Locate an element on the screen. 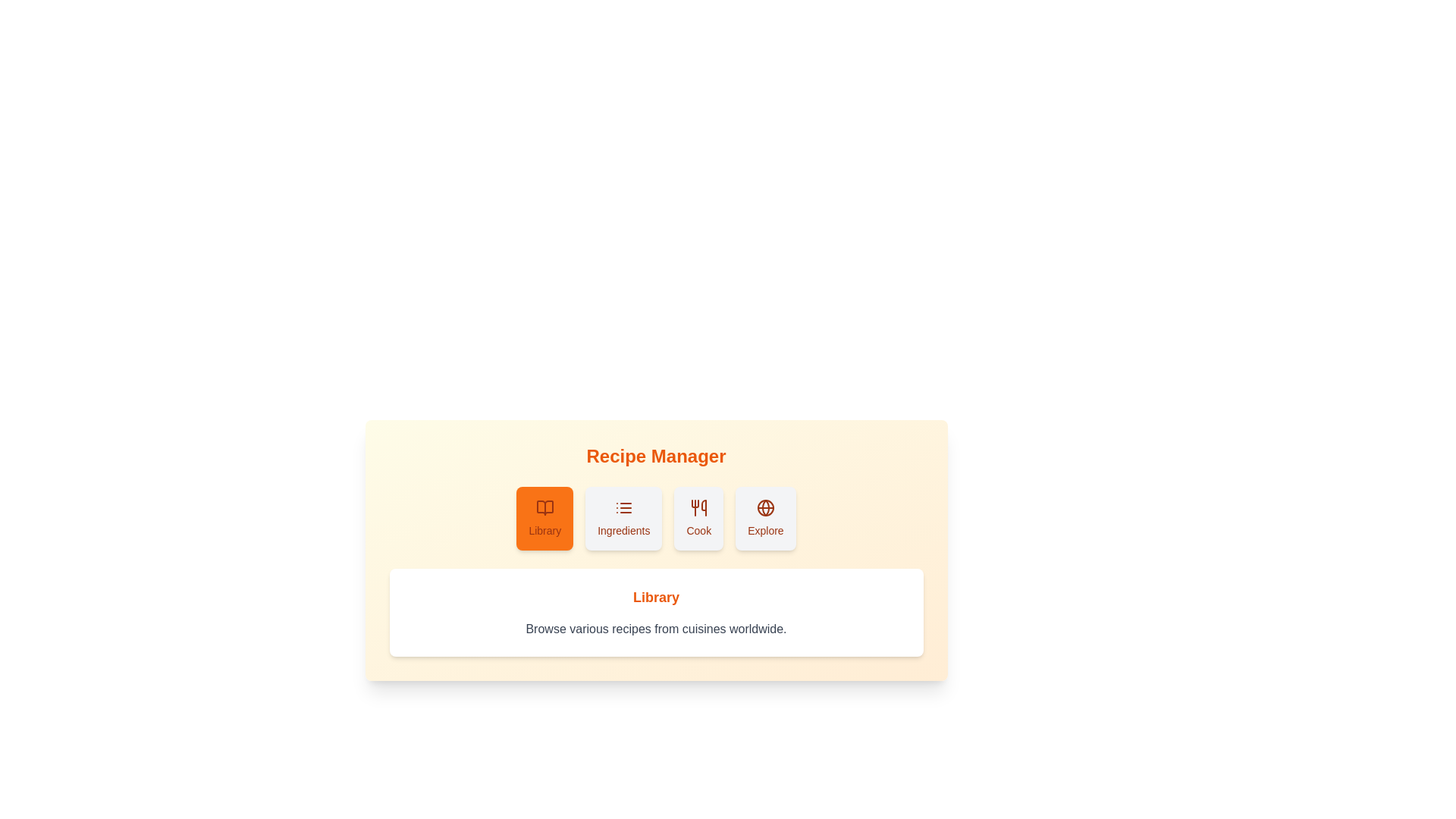 Image resolution: width=1456 pixels, height=819 pixels. the Explore tab in the RecipeCollection component is located at coordinates (765, 517).